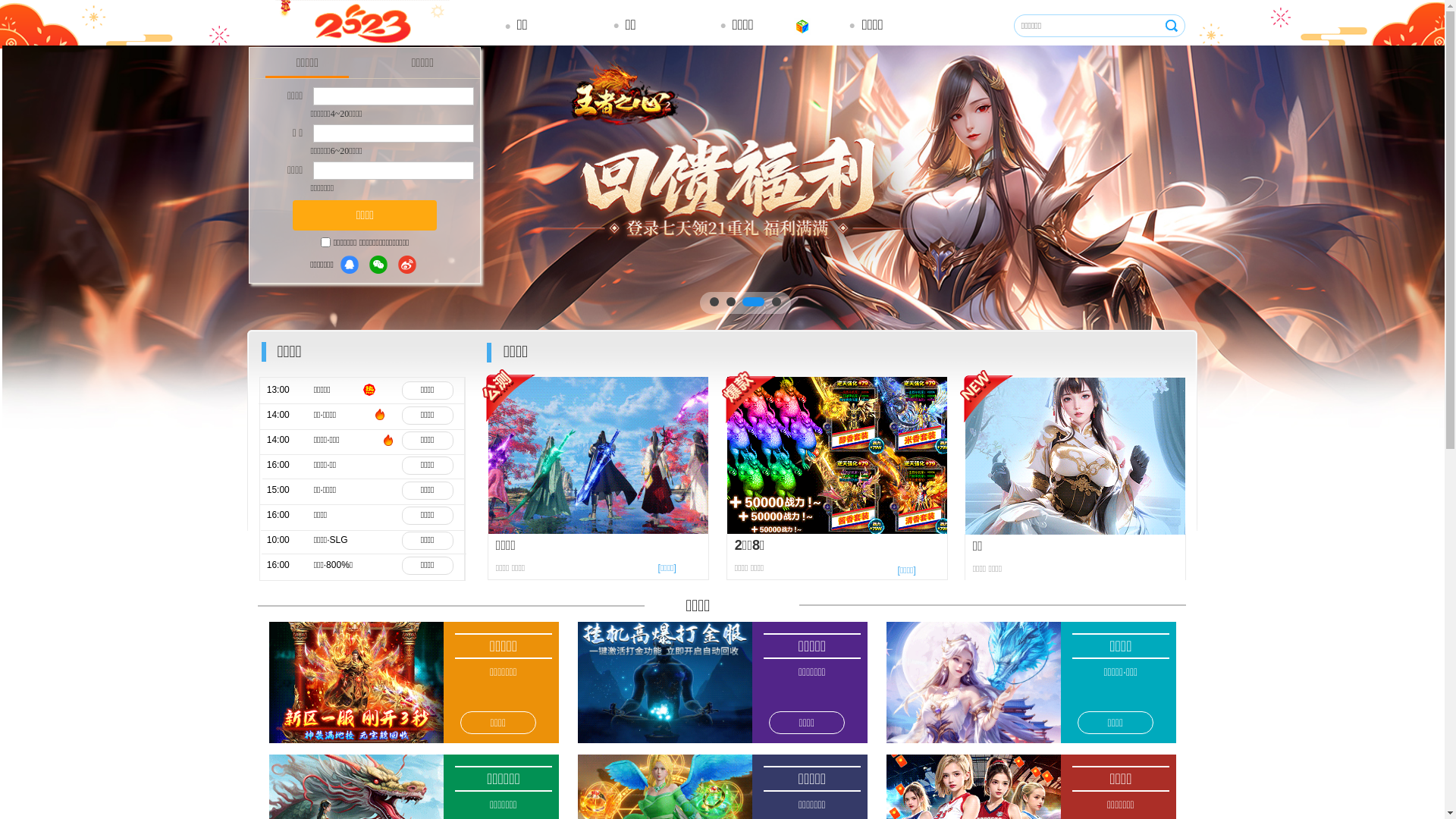 The height and width of the screenshot is (819, 1456). What do you see at coordinates (288, 514) in the screenshot?
I see `'16:00'` at bounding box center [288, 514].